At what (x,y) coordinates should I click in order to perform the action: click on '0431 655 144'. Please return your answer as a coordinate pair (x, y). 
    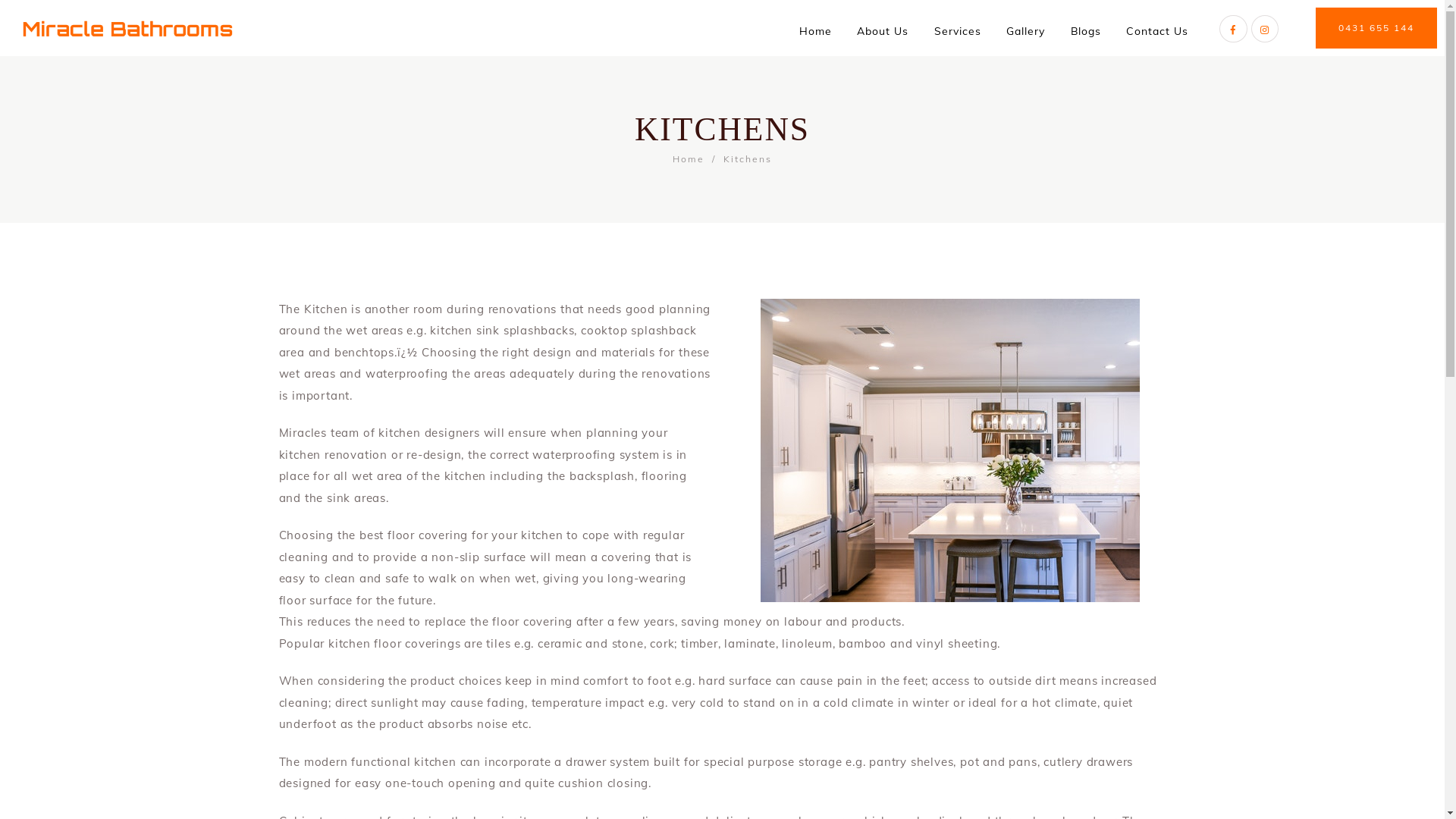
    Looking at the image, I should click on (1376, 27).